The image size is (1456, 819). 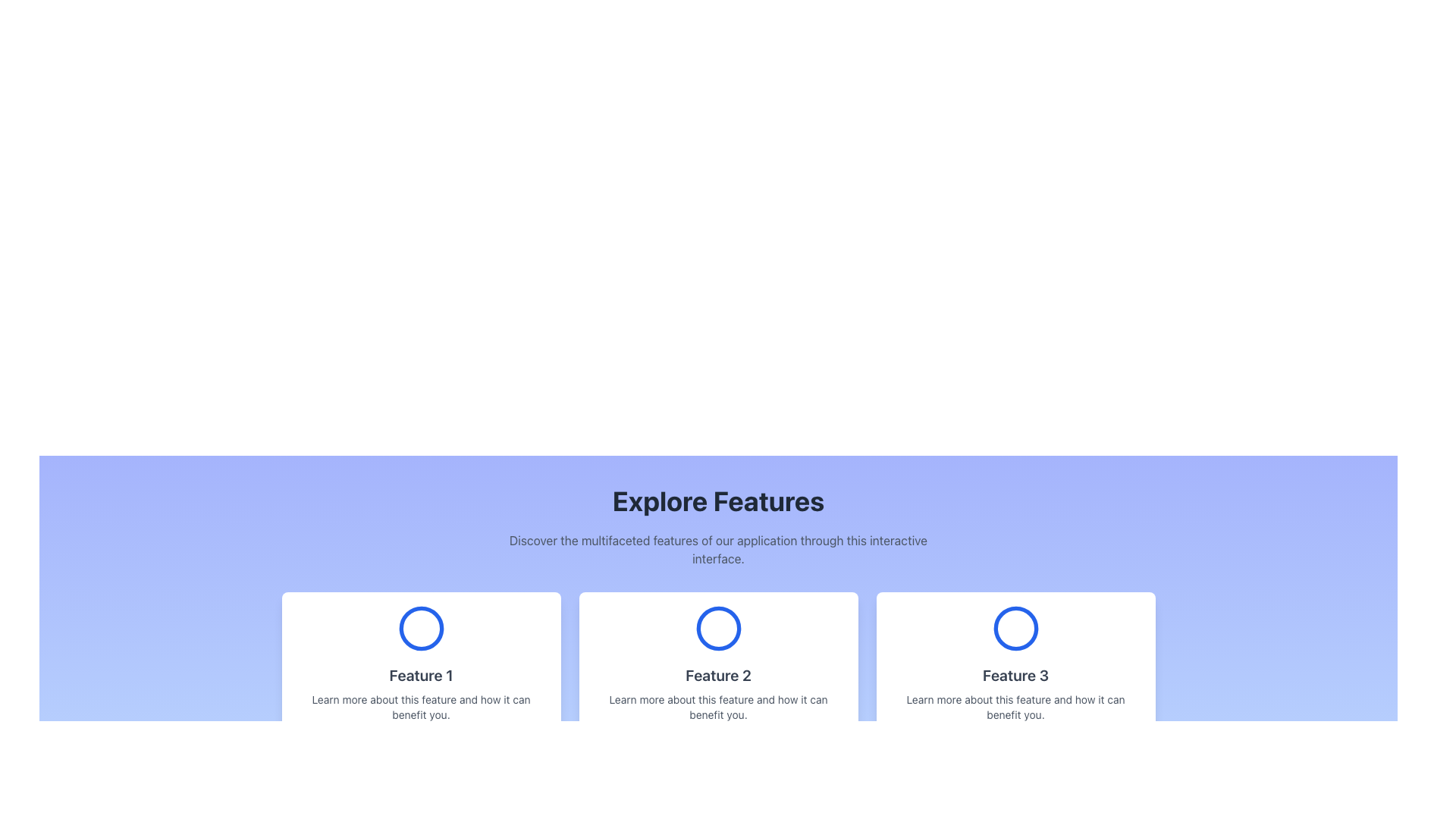 What do you see at coordinates (421, 708) in the screenshot?
I see `informational message located in the bottom section of the card representing 'Feature 1', positioned beneath the headline 'Feature 1' and above the 'View Details' link` at bounding box center [421, 708].